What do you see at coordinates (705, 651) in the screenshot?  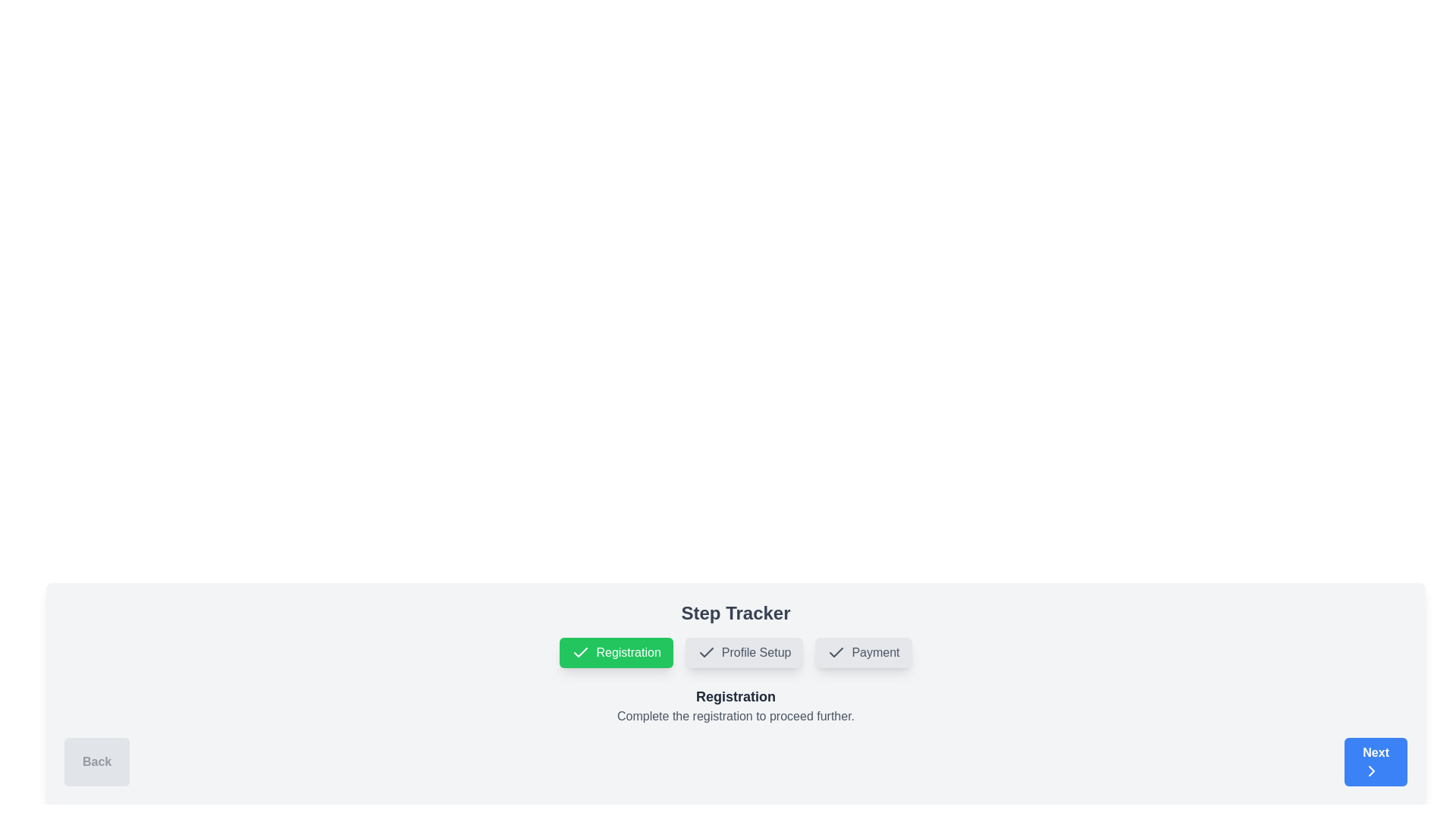 I see `the 'Profile Setup' icon within the Step Tracker` at bounding box center [705, 651].